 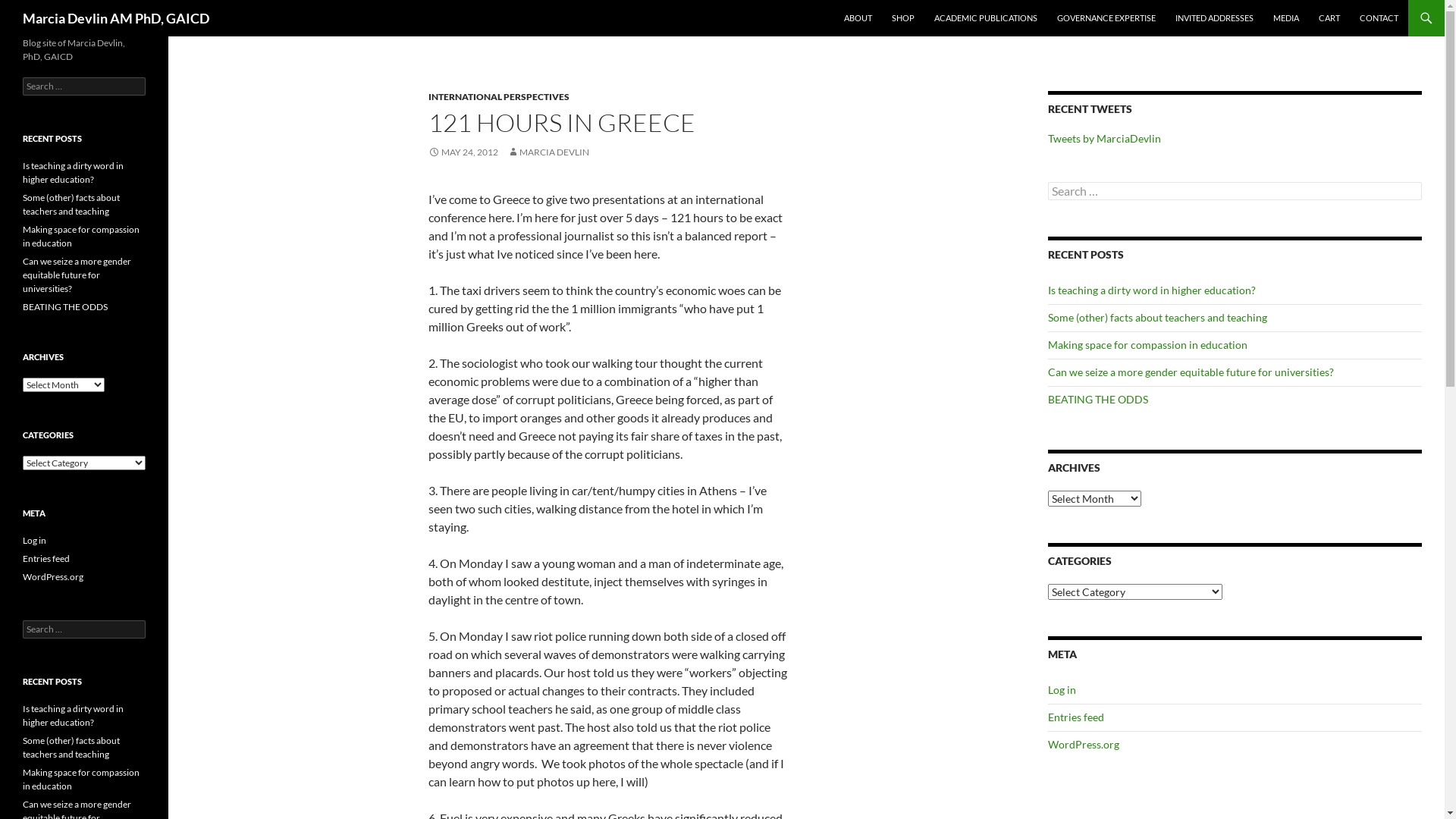 I want to click on 'CONTACT', so click(x=1379, y=17).